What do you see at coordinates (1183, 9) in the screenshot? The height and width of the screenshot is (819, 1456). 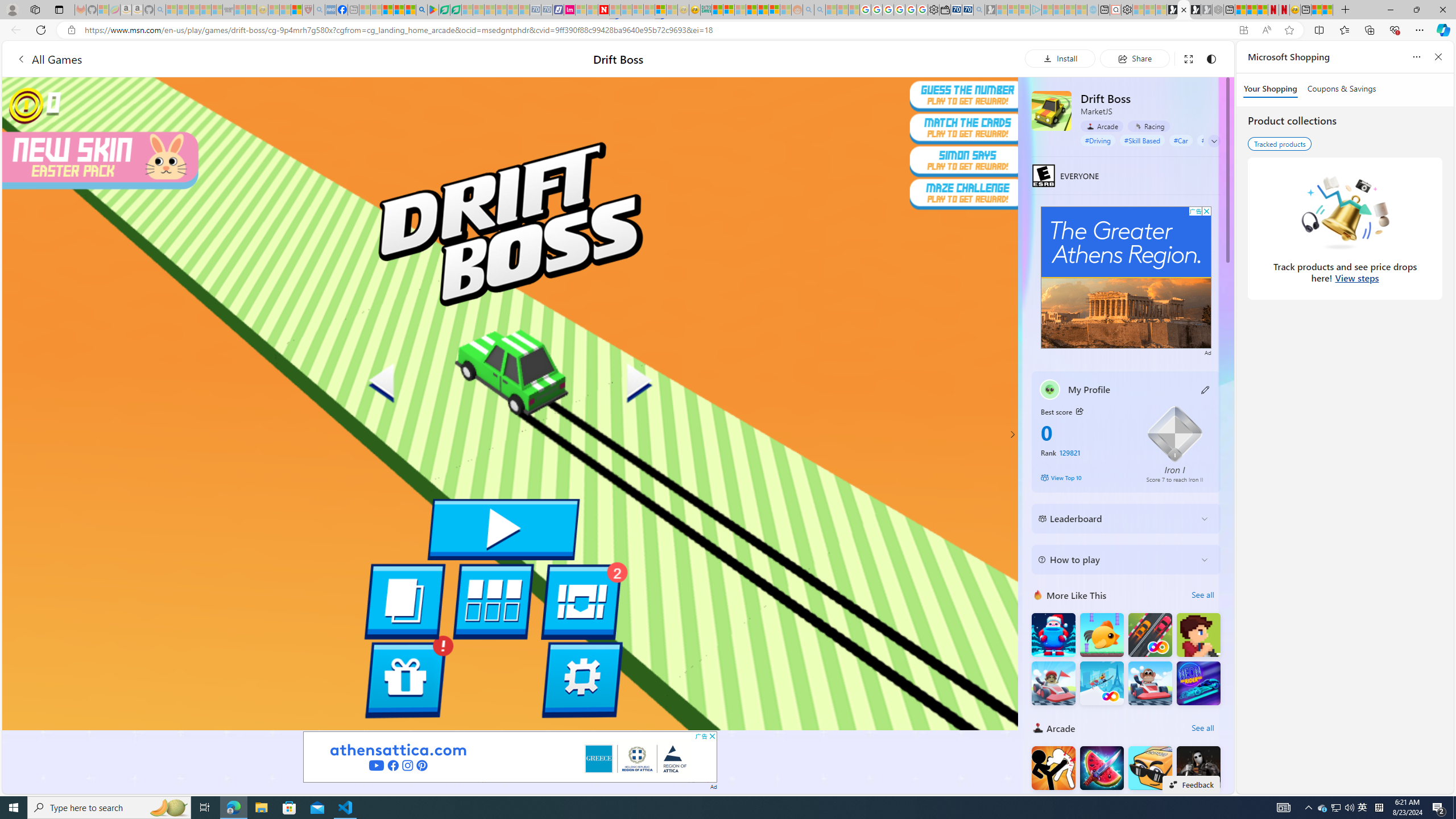 I see `'Close tab'` at bounding box center [1183, 9].